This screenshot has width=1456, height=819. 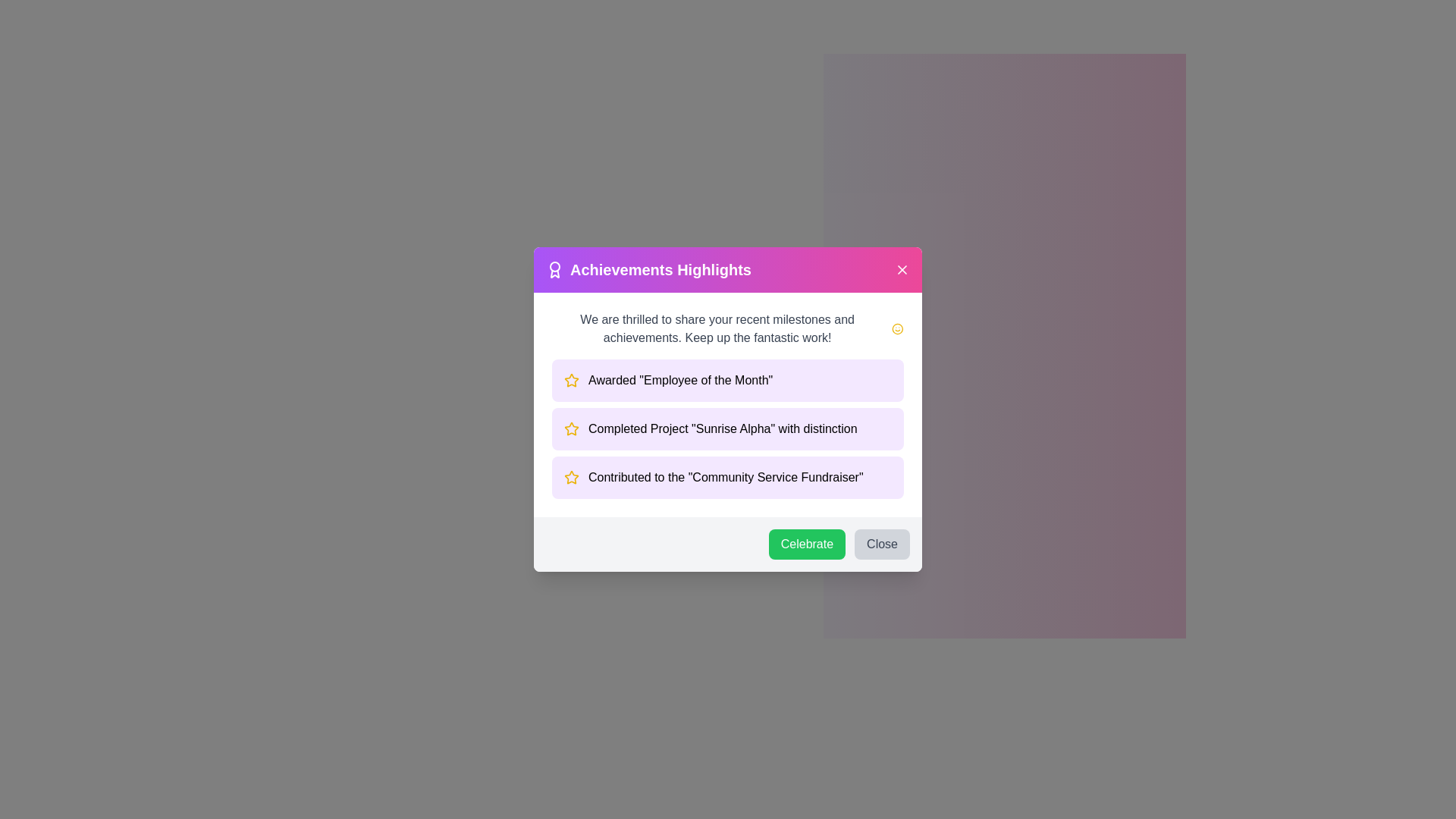 What do you see at coordinates (728, 328) in the screenshot?
I see `the Text Display with Icon that contains the message 'We are thrilled to share your recent milestones and achievements.' and features a yellow smiley face icon on the right side` at bounding box center [728, 328].